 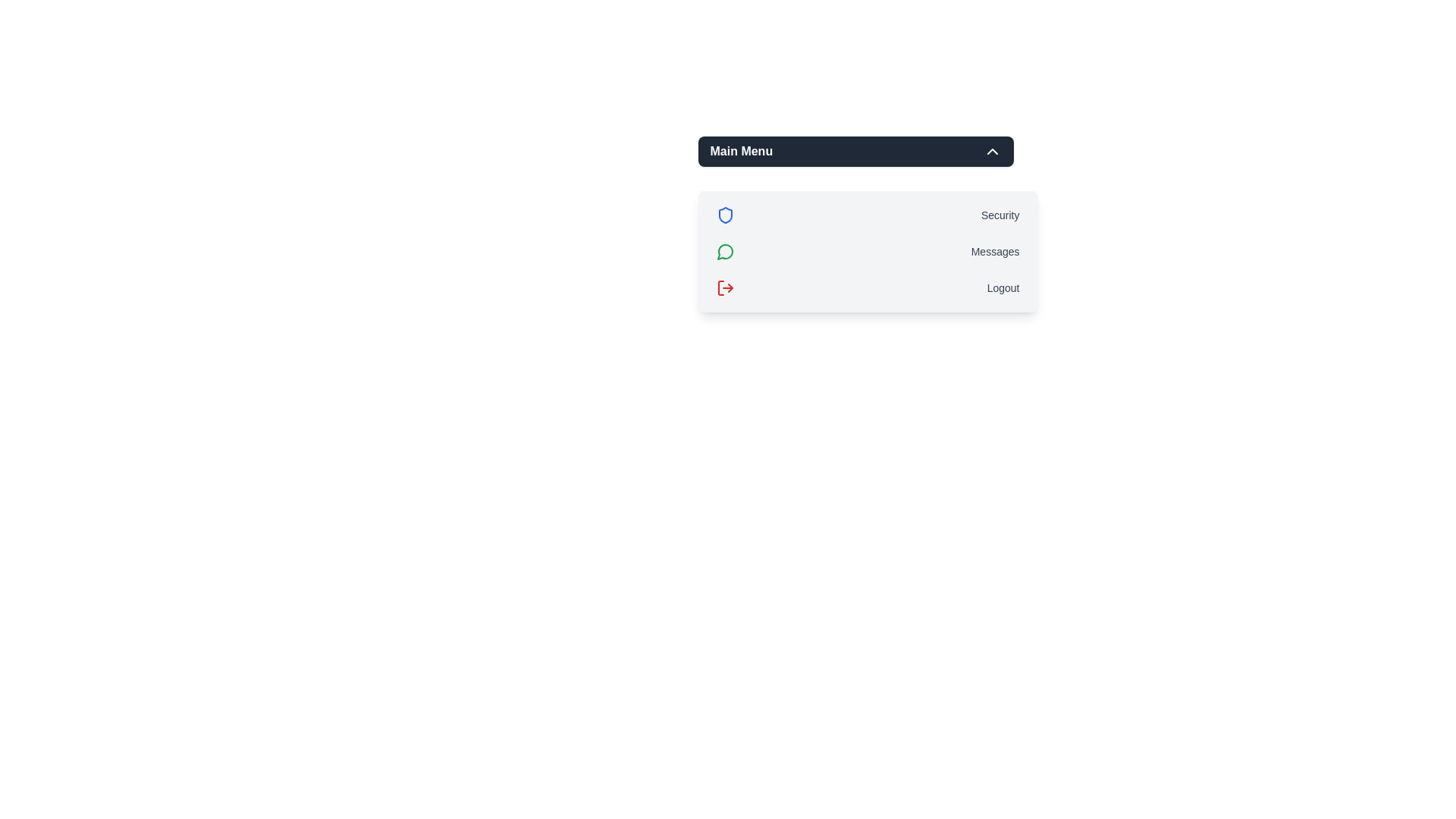 I want to click on the 'Messages' icon in the menu, which is positioned between the 'Security' section above and the 'Logout' section below, so click(x=724, y=250).